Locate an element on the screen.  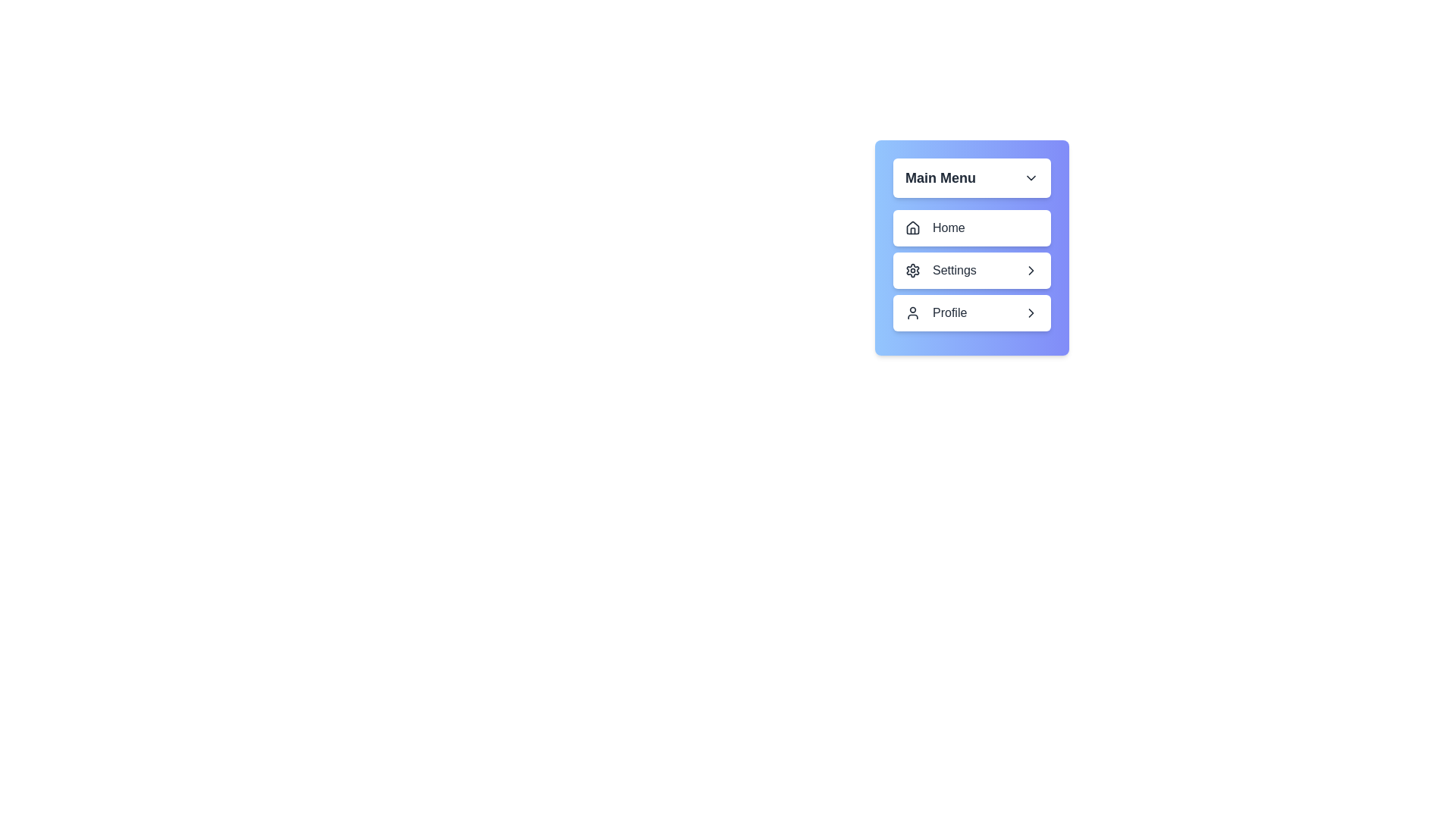
the submenu option View Profile under the menu item Profile is located at coordinates (971, 312).